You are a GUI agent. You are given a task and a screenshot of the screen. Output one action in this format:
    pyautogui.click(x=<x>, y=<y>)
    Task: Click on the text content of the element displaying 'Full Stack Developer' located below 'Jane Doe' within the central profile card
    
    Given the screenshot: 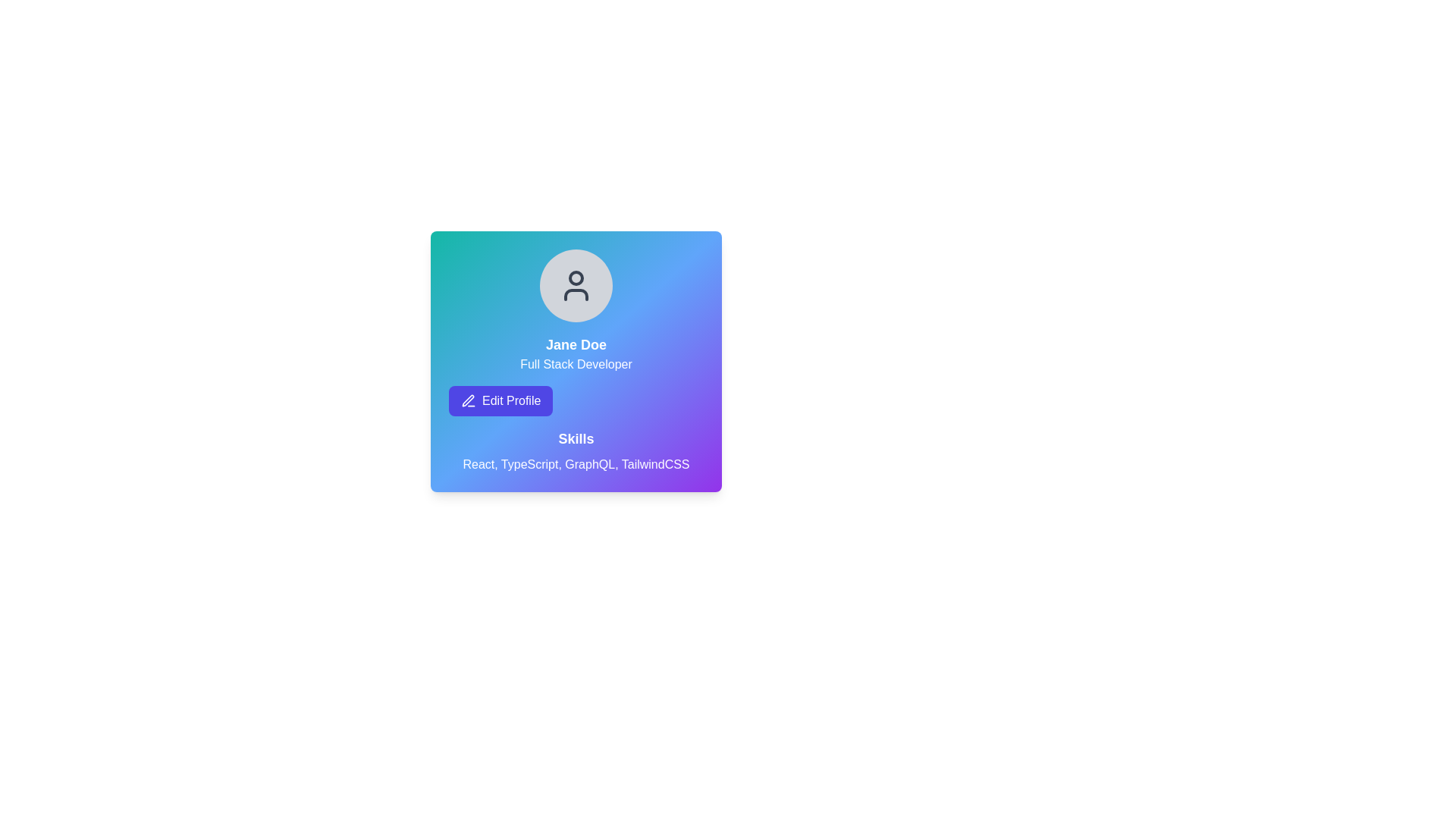 What is the action you would take?
    pyautogui.click(x=575, y=365)
    